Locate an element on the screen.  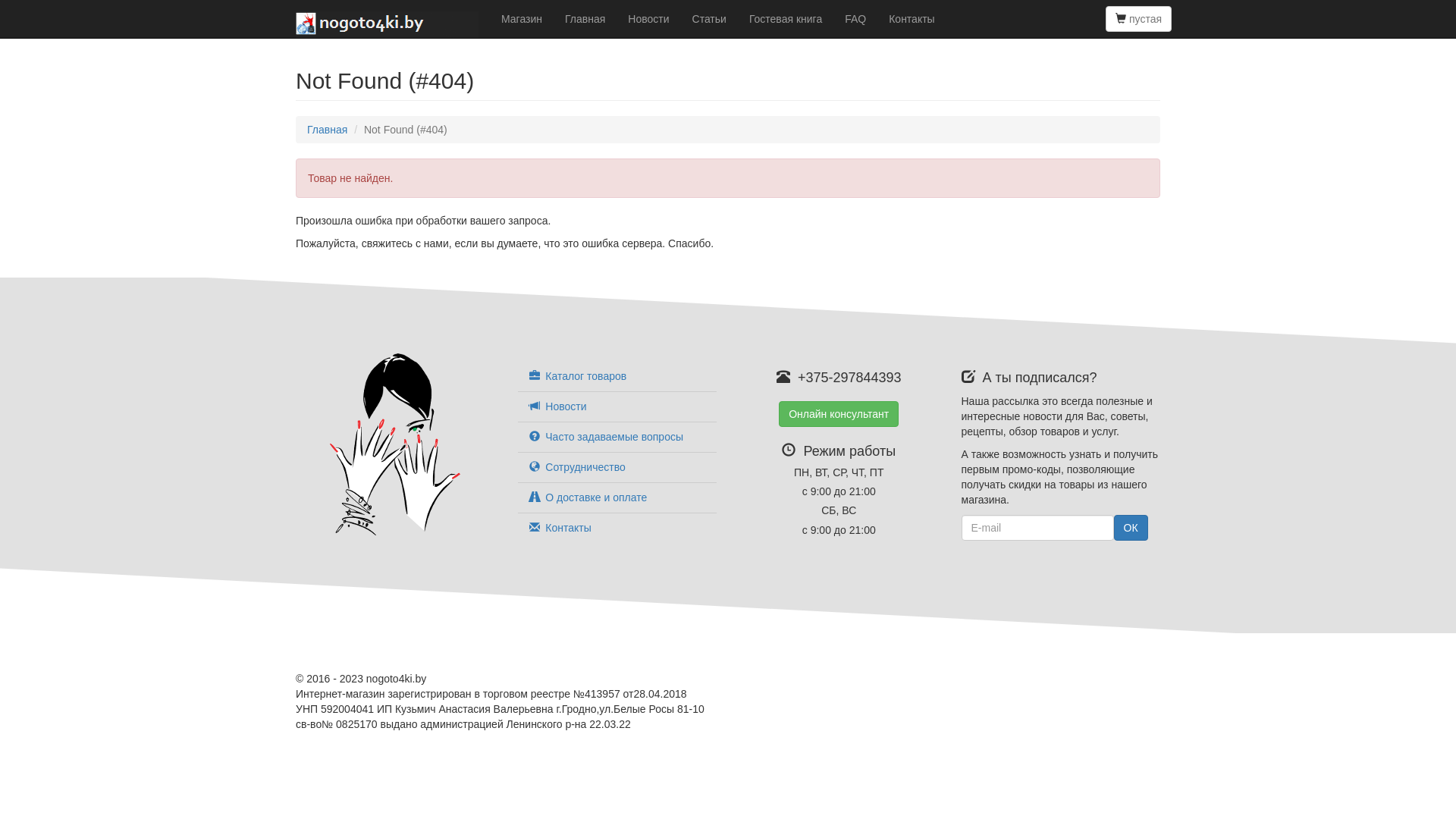
'FAQ' is located at coordinates (855, 18).